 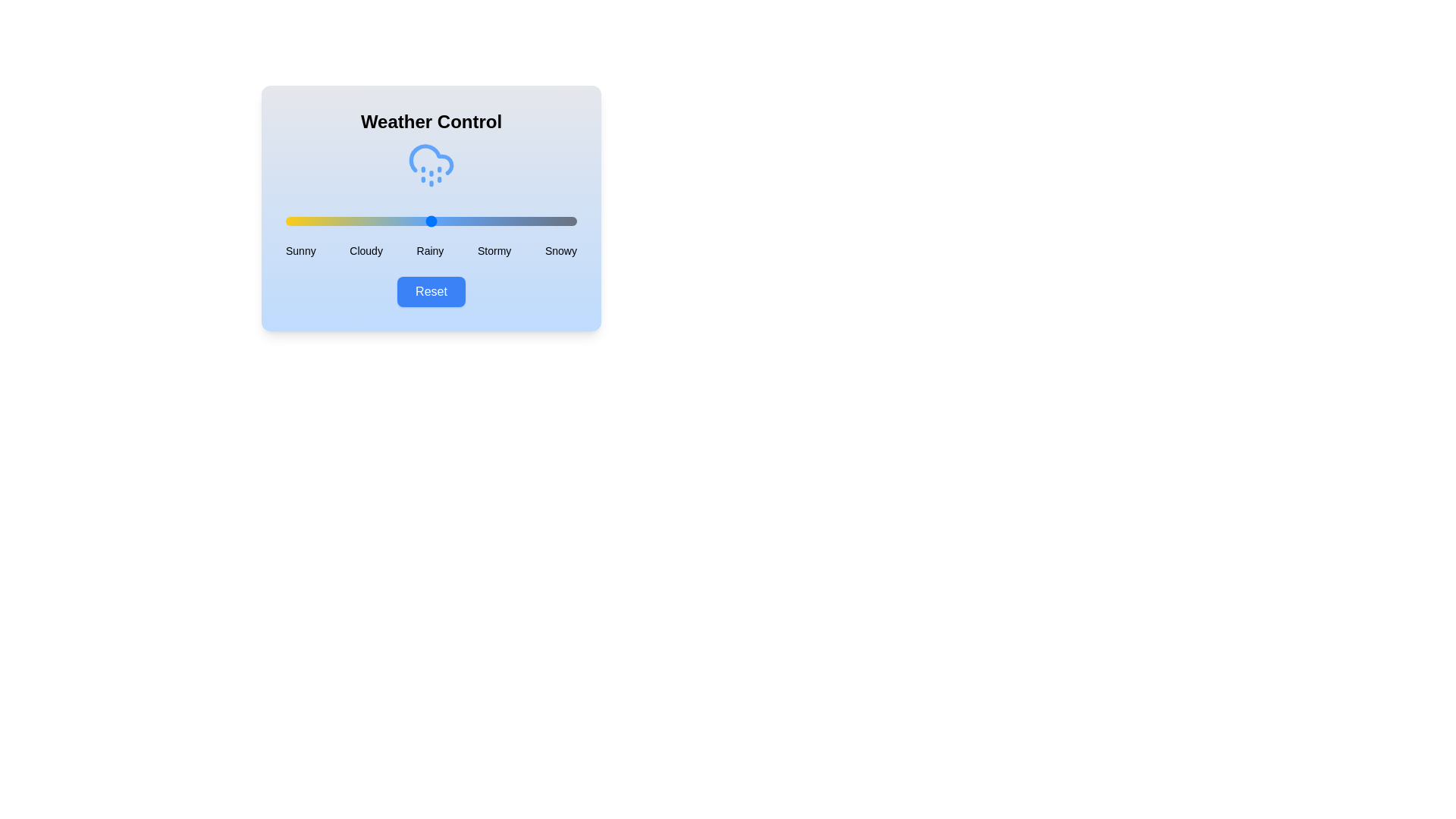 I want to click on the weather condition slider to 74, so click(x=501, y=221).